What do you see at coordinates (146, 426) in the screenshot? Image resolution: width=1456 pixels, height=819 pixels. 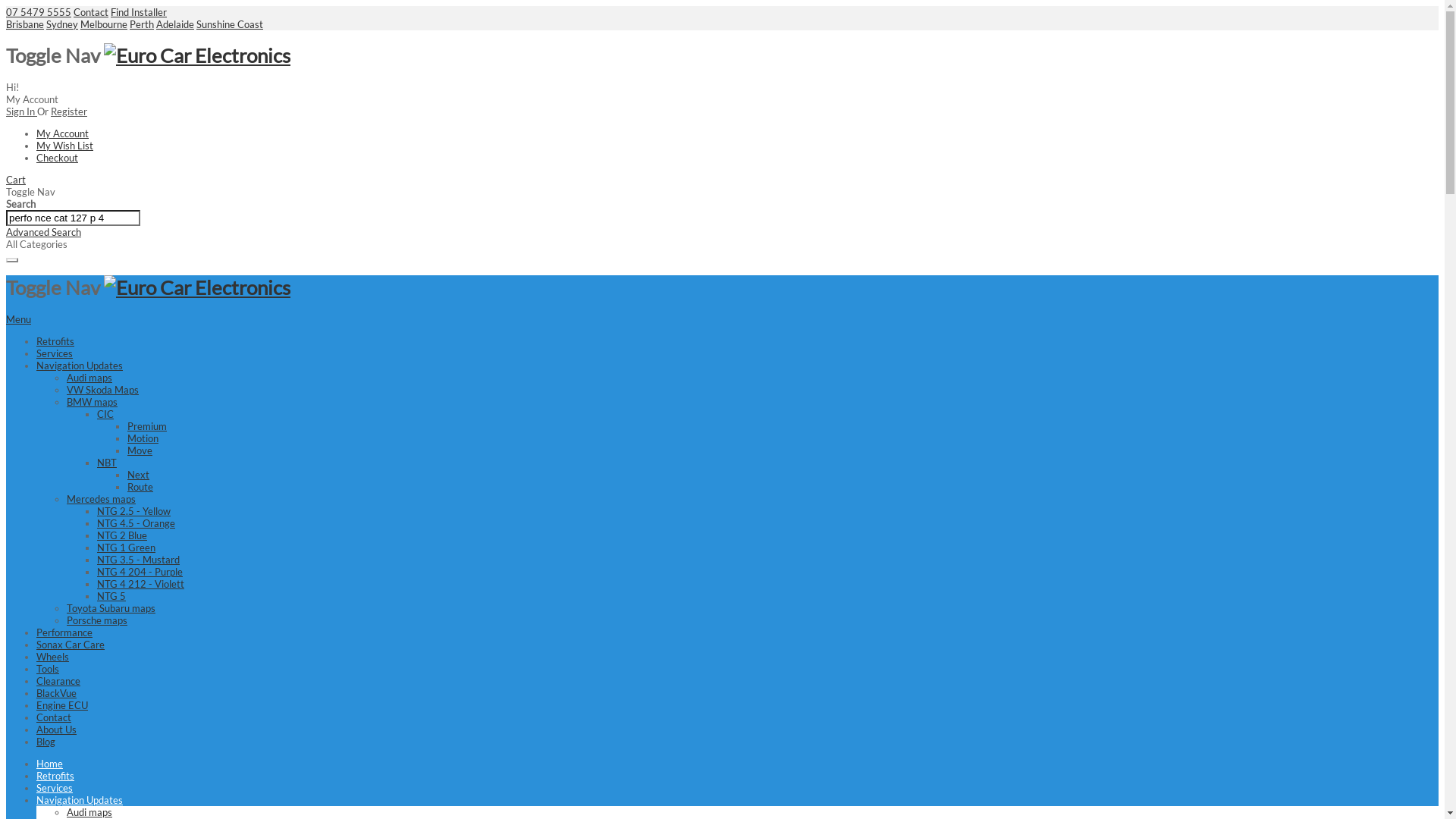 I see `'Premium'` at bounding box center [146, 426].